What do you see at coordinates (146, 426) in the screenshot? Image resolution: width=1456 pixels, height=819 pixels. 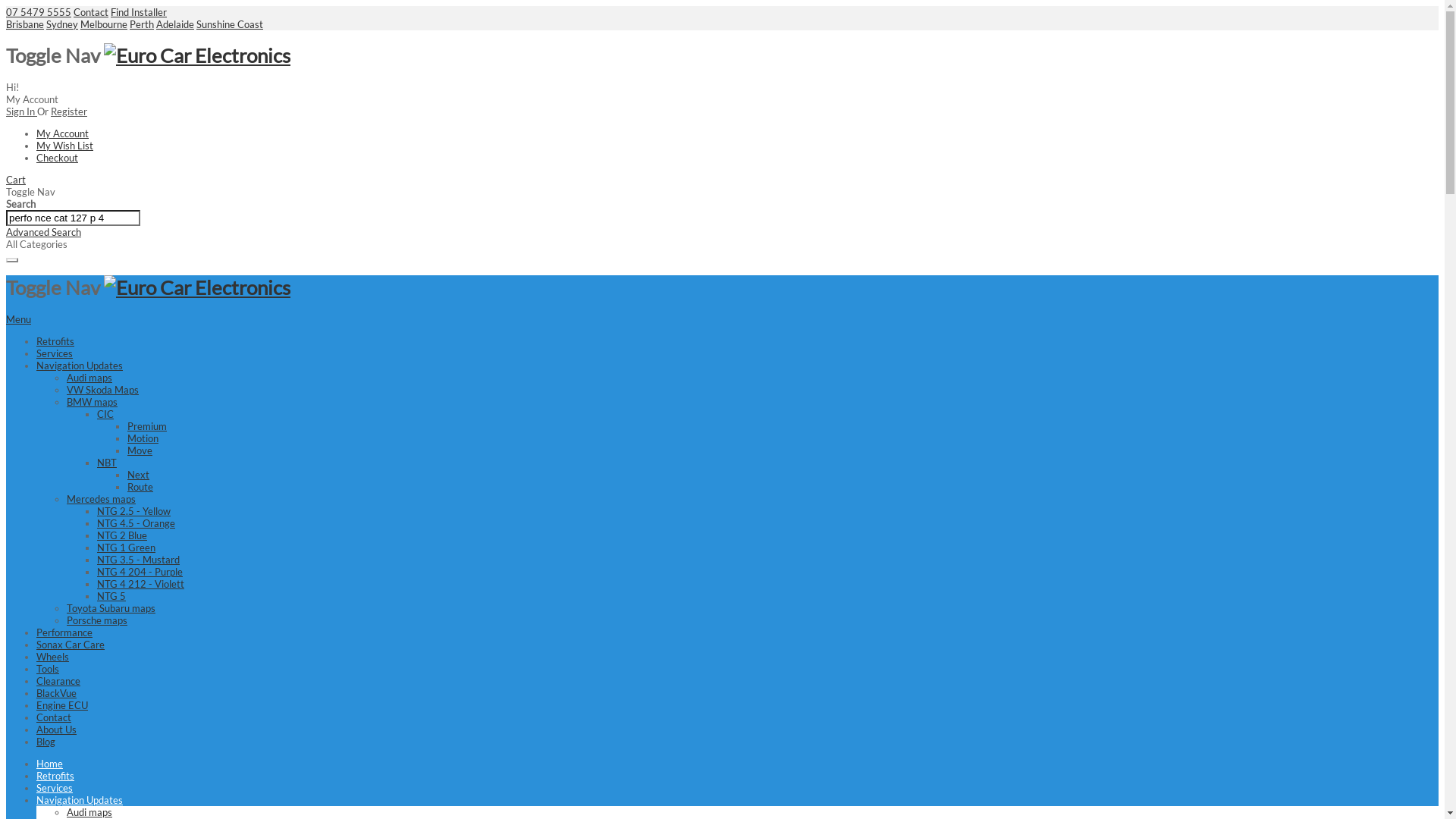 I see `'Premium'` at bounding box center [146, 426].